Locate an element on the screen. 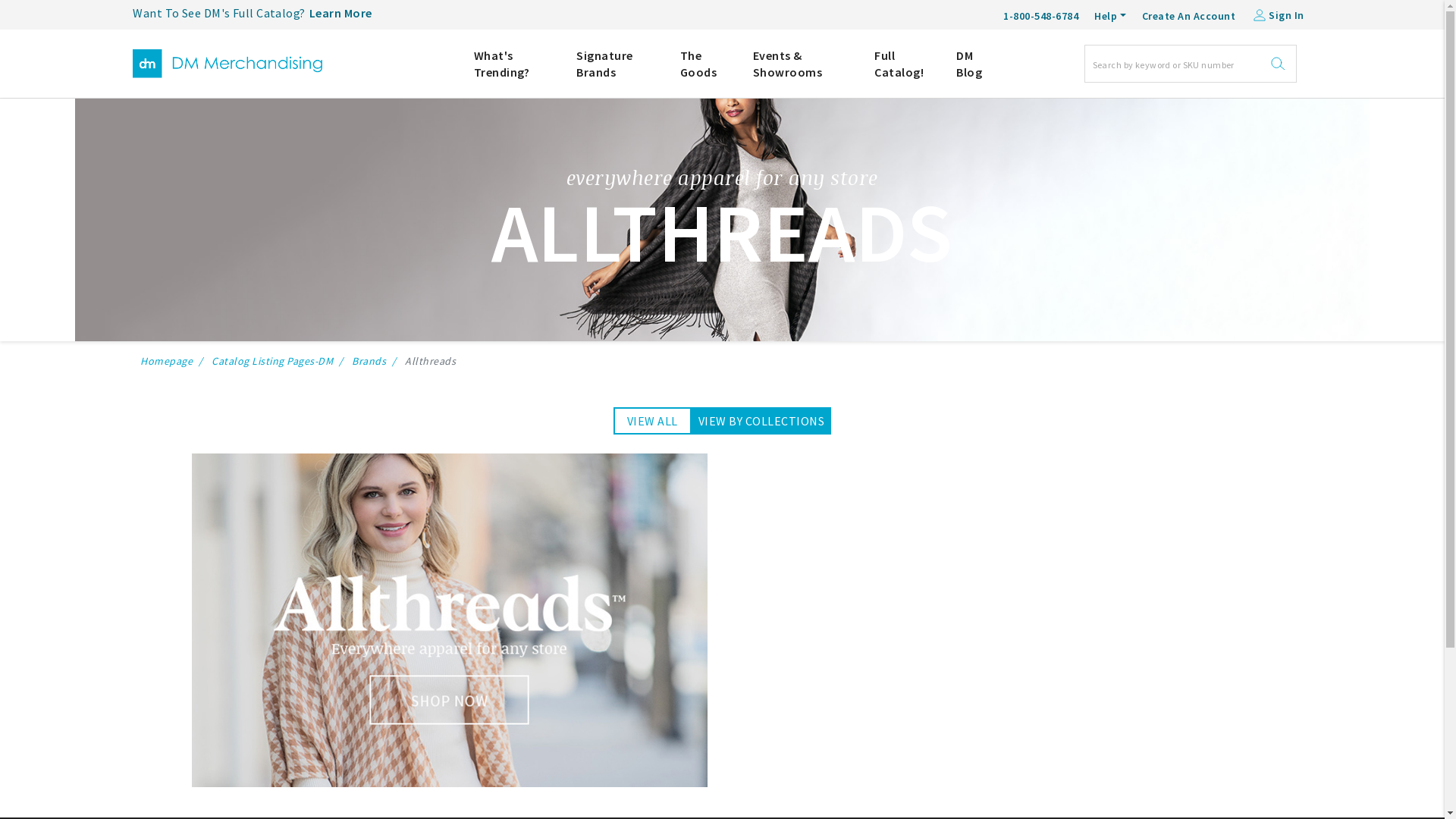 Image resolution: width=1456 pixels, height=819 pixels. 'Create An Account' is located at coordinates (1142, 14).